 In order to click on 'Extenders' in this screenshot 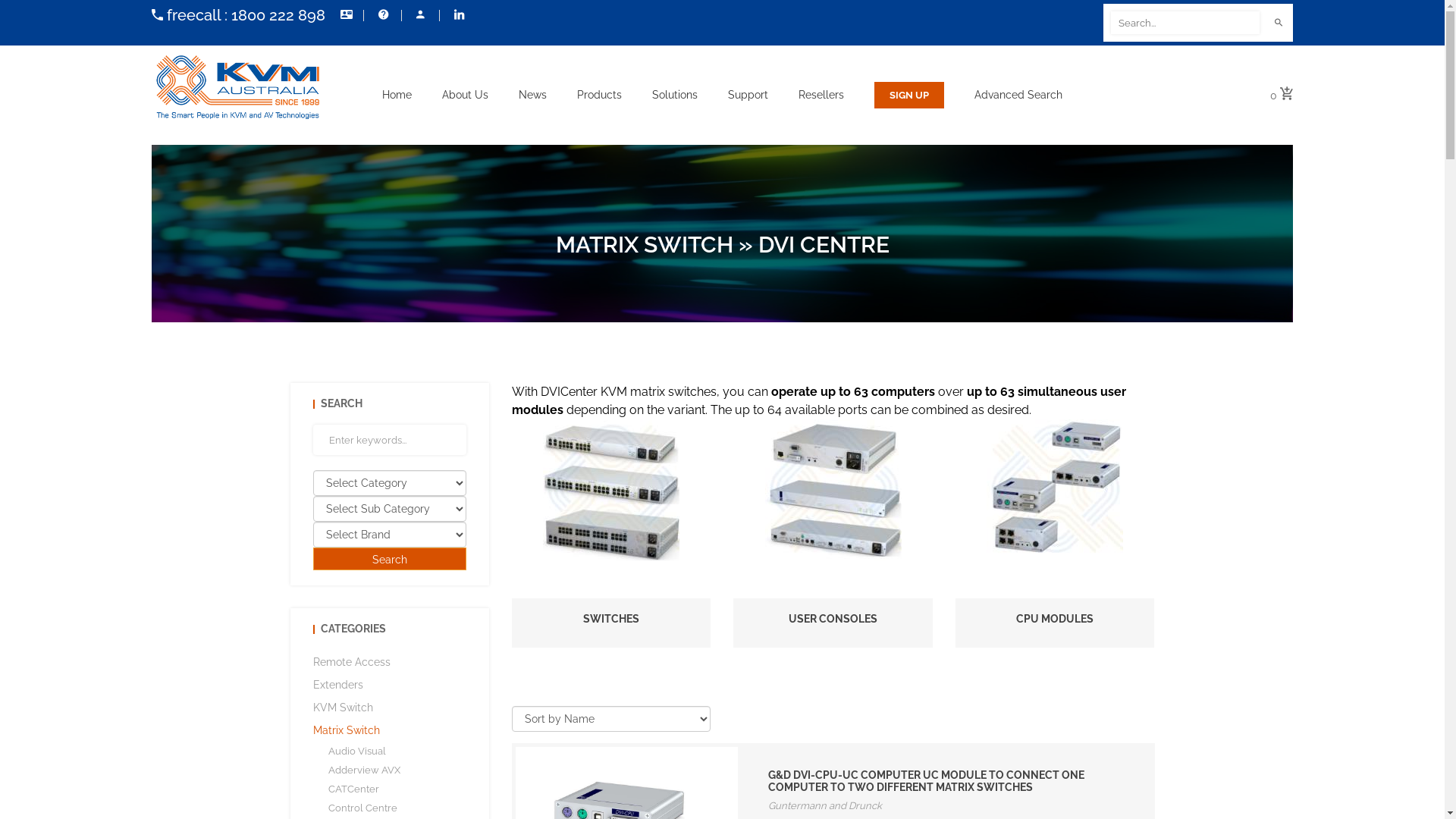, I will do `click(312, 684)`.